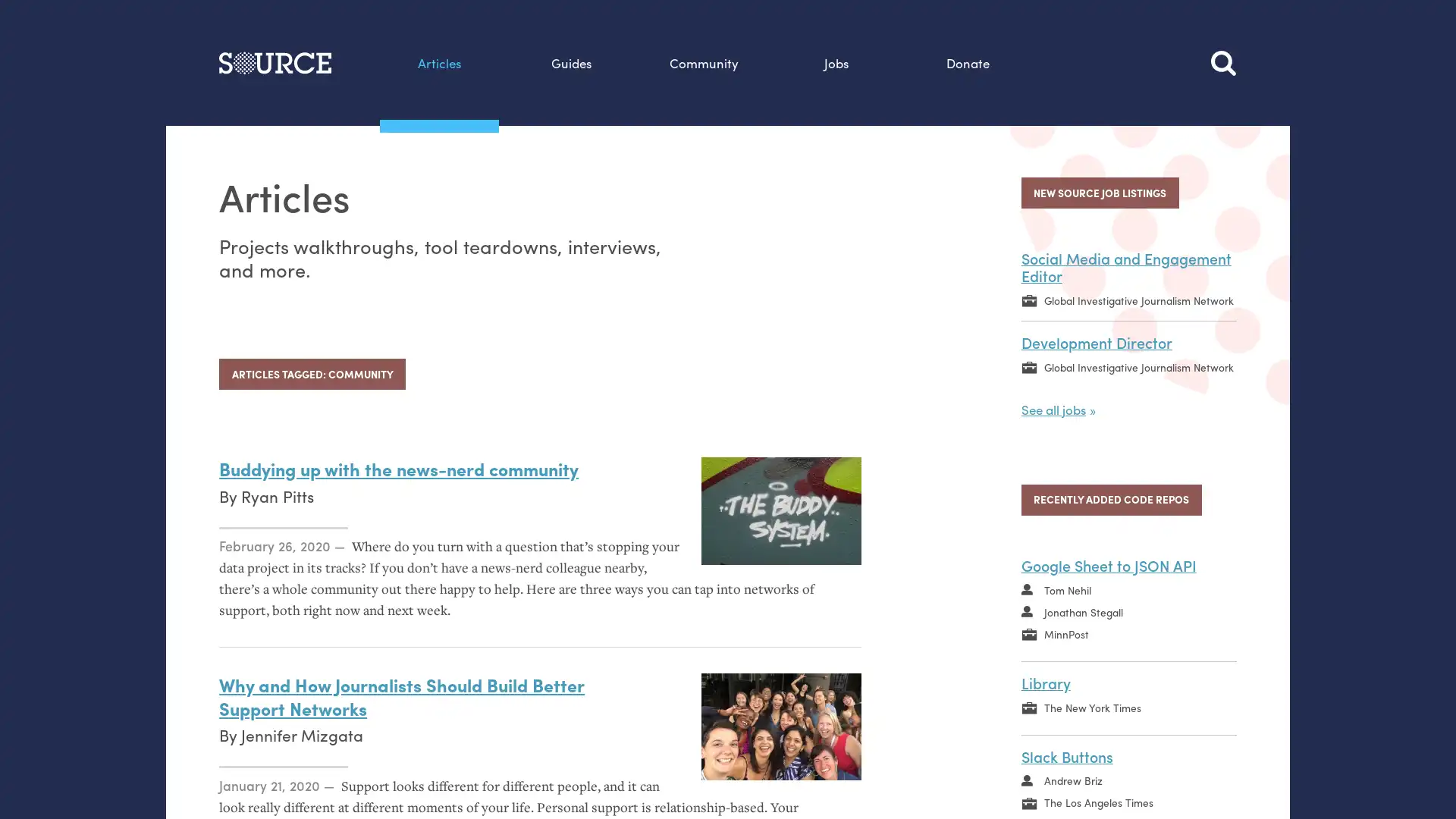 The image size is (1456, 819). What do you see at coordinates (165, 125) in the screenshot?
I see `Search this site` at bounding box center [165, 125].